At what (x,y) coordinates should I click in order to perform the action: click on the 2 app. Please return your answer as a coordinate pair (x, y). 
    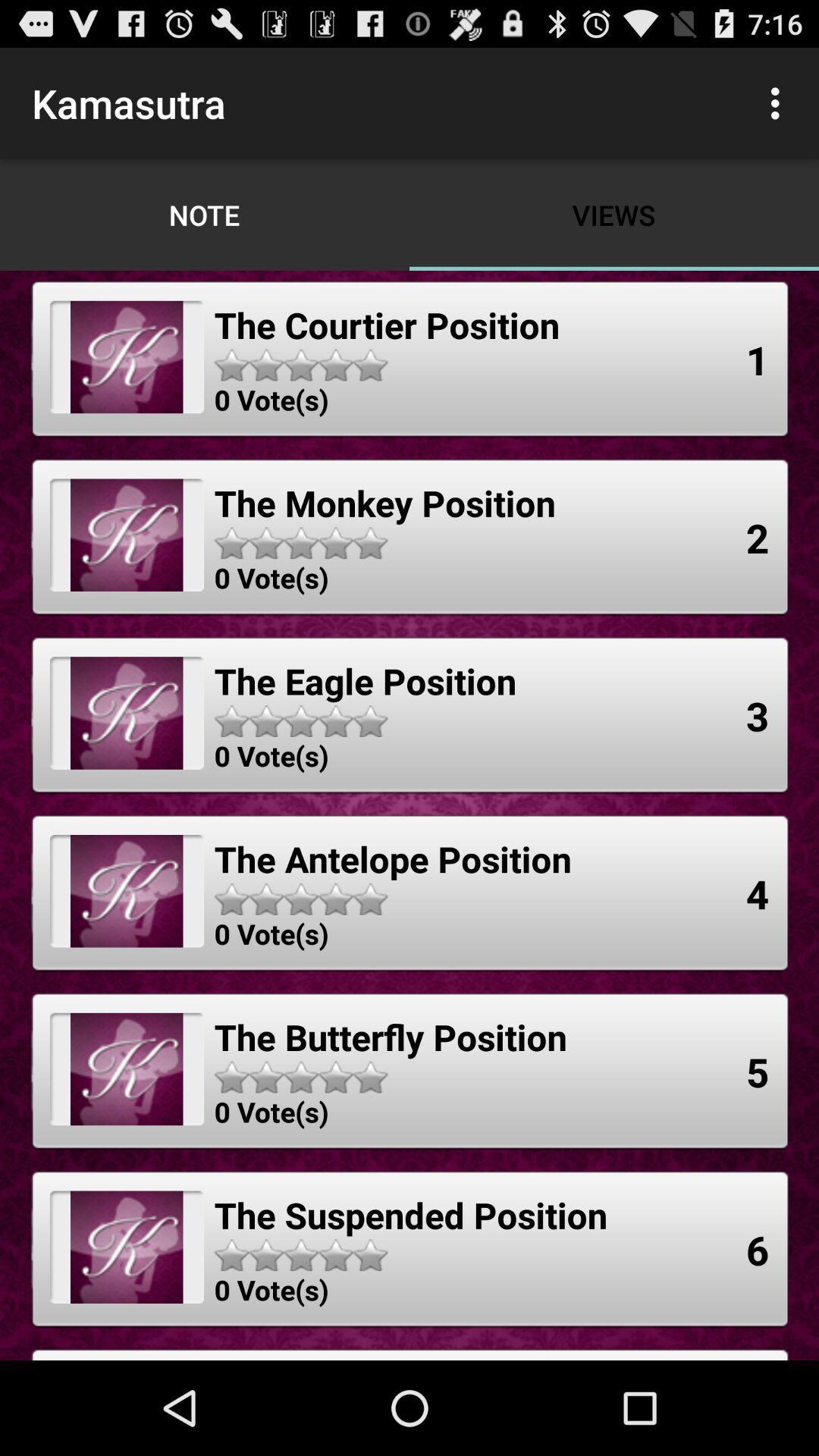
    Looking at the image, I should click on (758, 538).